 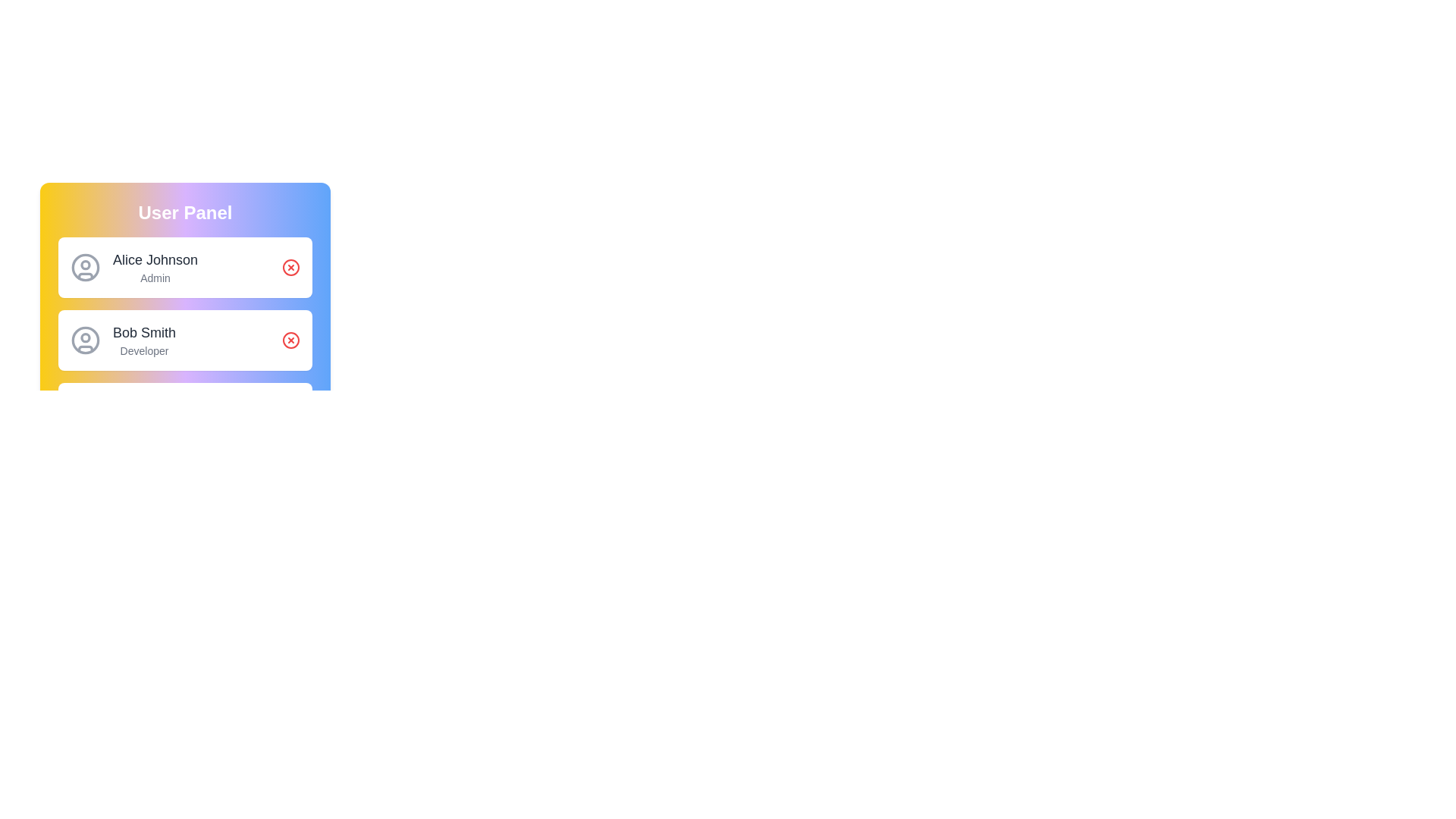 What do you see at coordinates (155, 278) in the screenshot?
I see `role information from the text label indicating 'Admin' associated with the profile 'Alice Johnson', which is located beneath the 'Alice Johnson' label in the 'User Panel'` at bounding box center [155, 278].